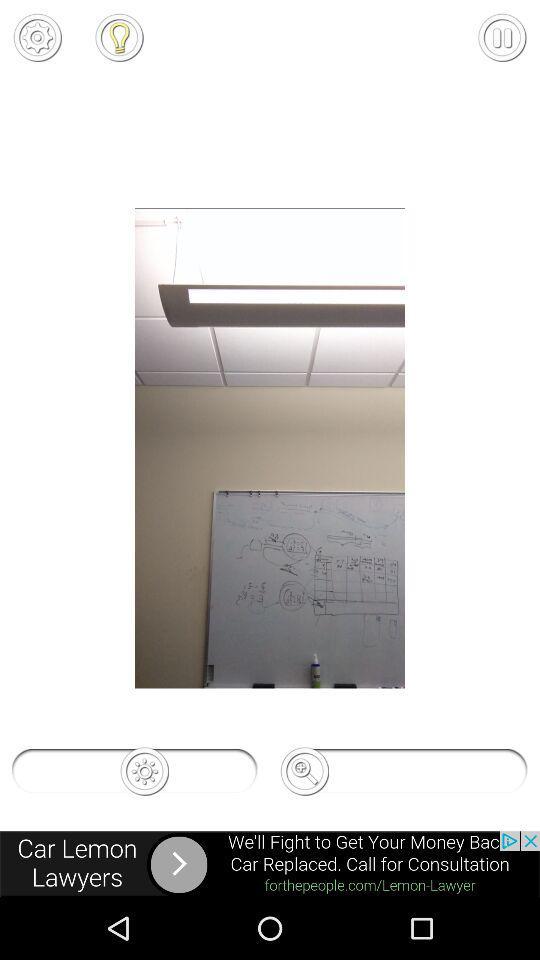 Image resolution: width=540 pixels, height=960 pixels. Describe the element at coordinates (119, 36) in the screenshot. I see `to favorite` at that location.